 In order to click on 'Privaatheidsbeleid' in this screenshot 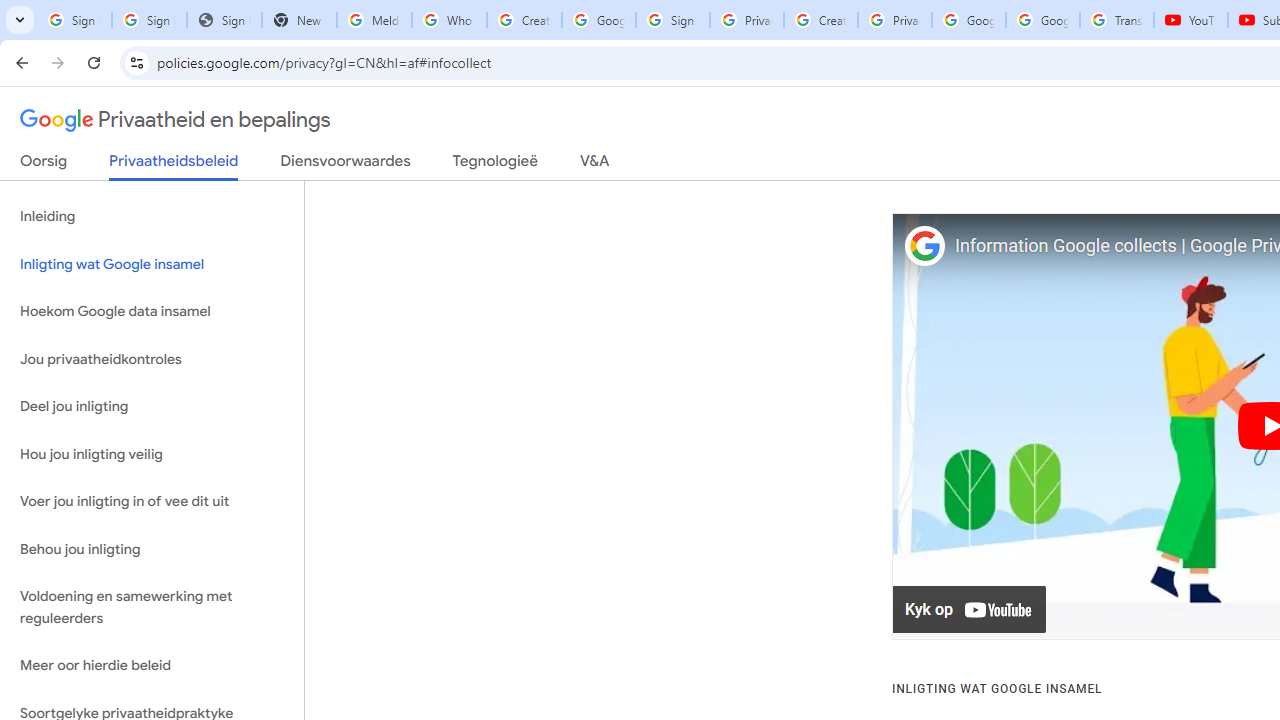, I will do `click(174, 165)`.